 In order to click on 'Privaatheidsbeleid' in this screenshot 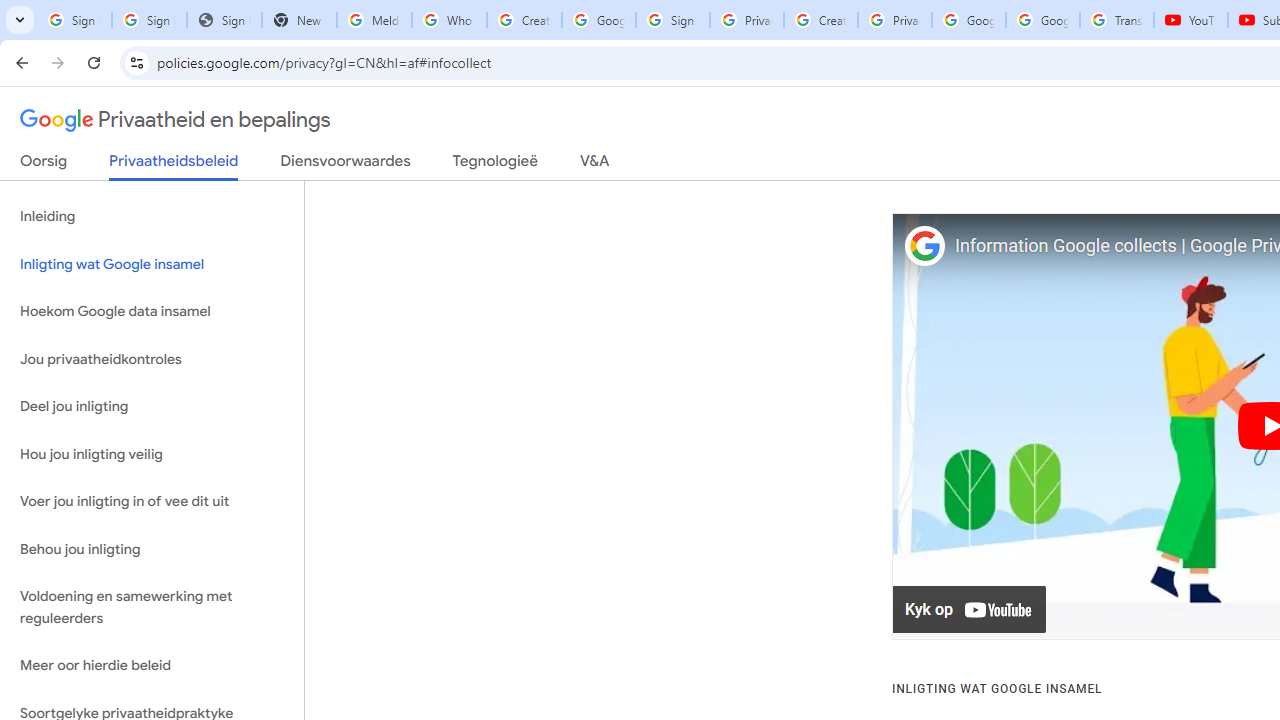, I will do `click(174, 165)`.